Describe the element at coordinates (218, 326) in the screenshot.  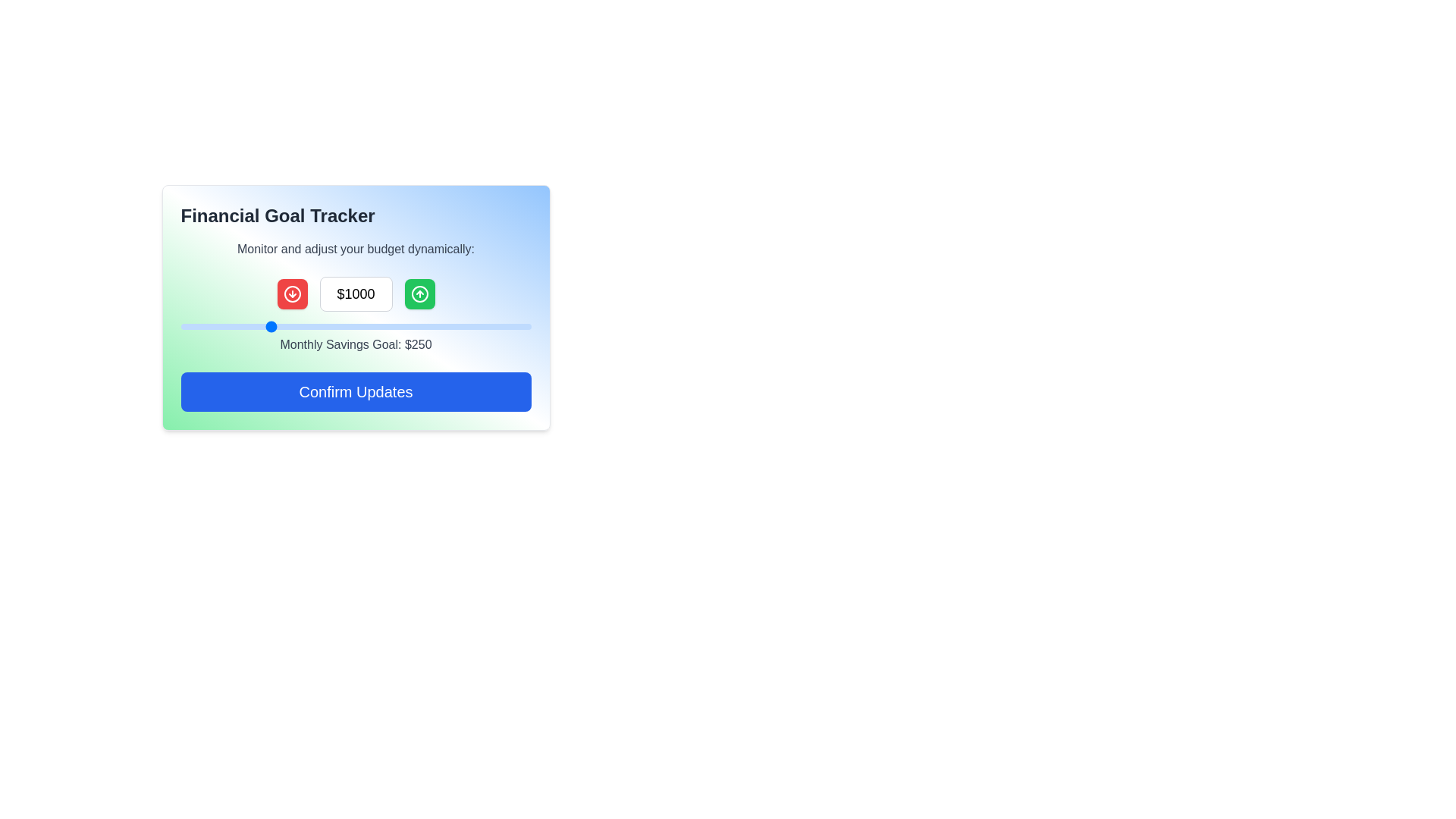
I see `the monthly savings goal` at that location.